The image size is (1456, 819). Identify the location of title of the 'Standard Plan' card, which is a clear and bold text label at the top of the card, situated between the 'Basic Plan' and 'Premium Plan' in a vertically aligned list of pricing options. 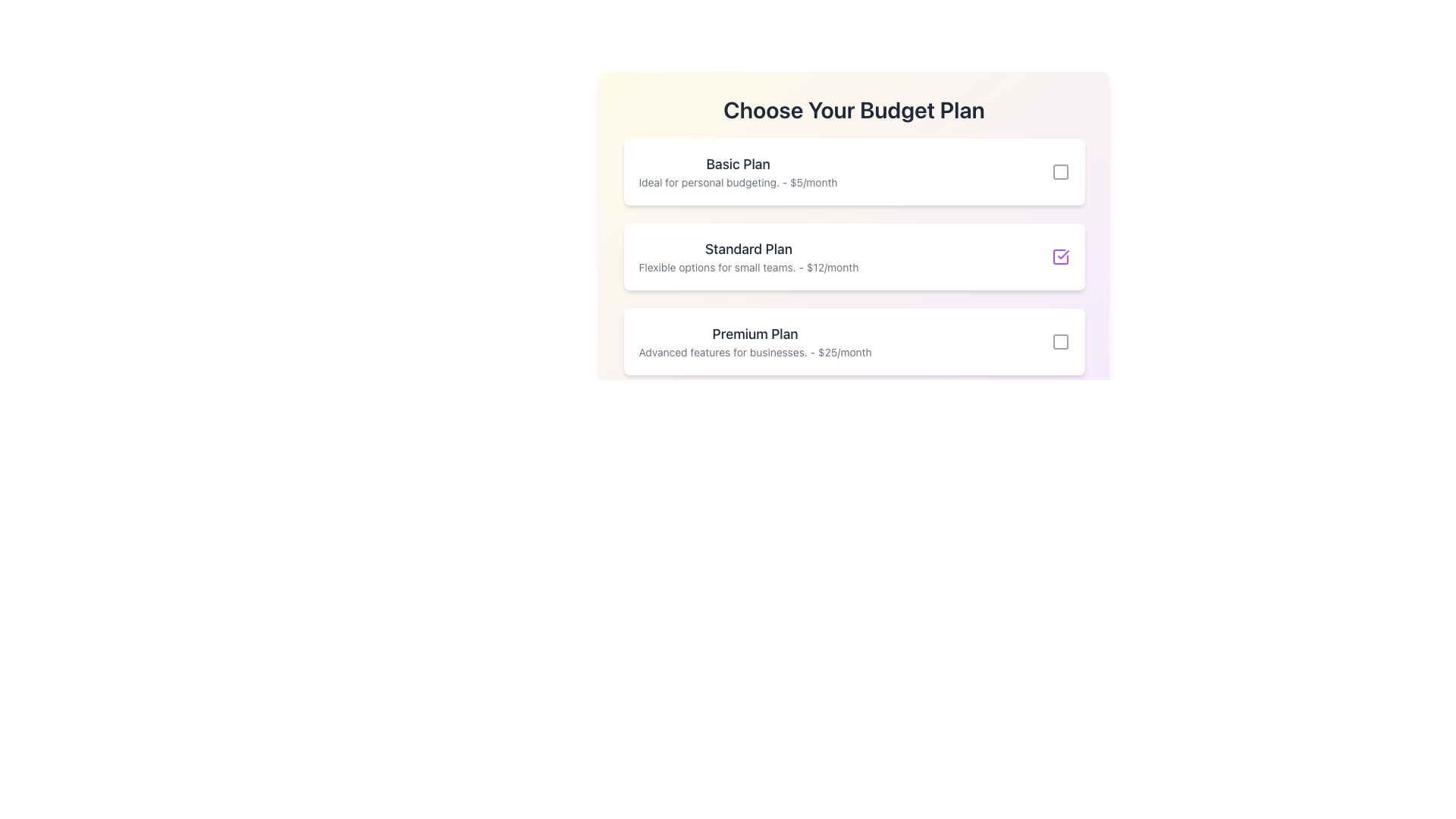
(748, 248).